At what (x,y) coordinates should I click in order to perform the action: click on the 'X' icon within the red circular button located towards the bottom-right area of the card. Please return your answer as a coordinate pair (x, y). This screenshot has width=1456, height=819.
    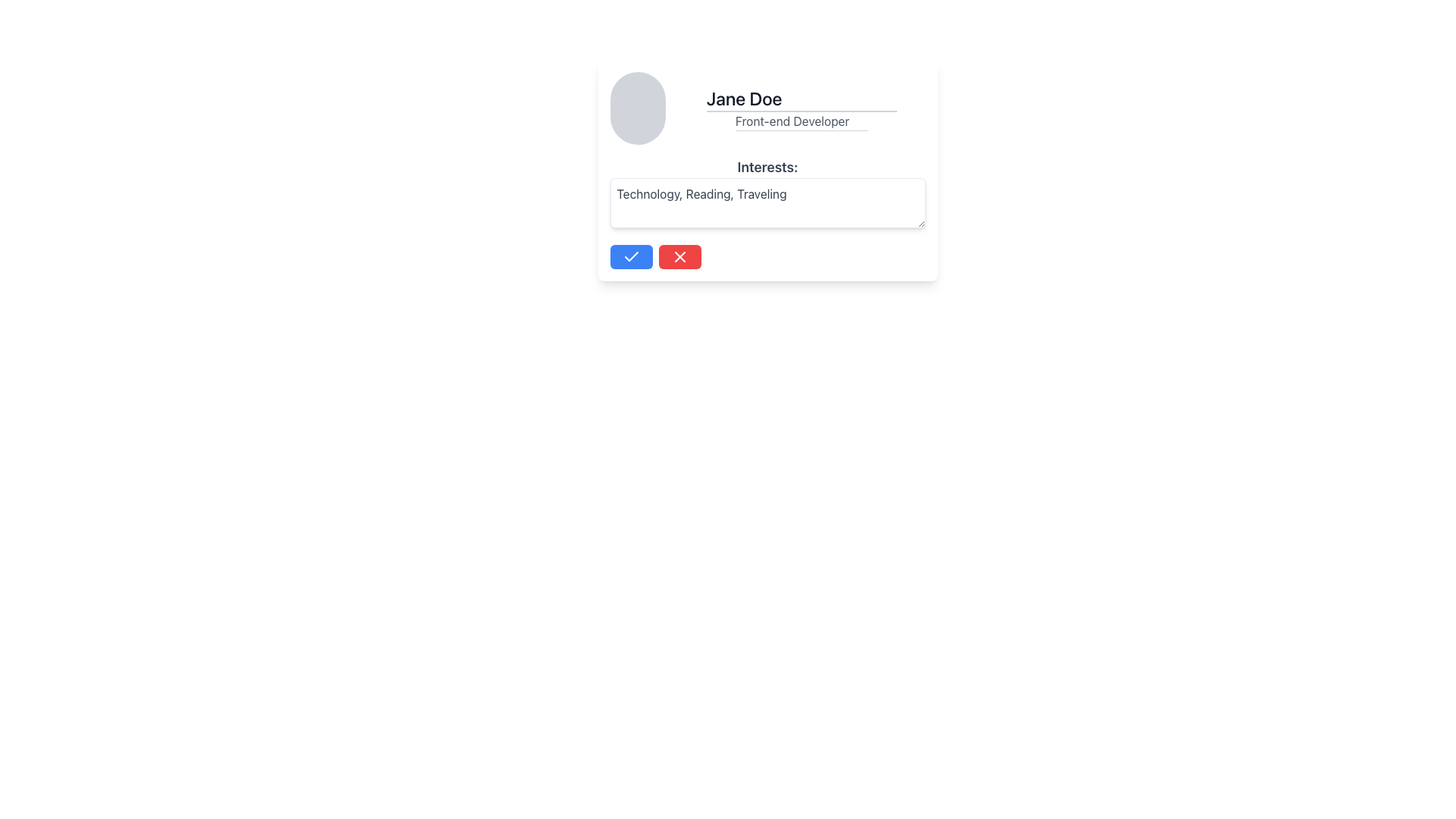
    Looking at the image, I should click on (679, 256).